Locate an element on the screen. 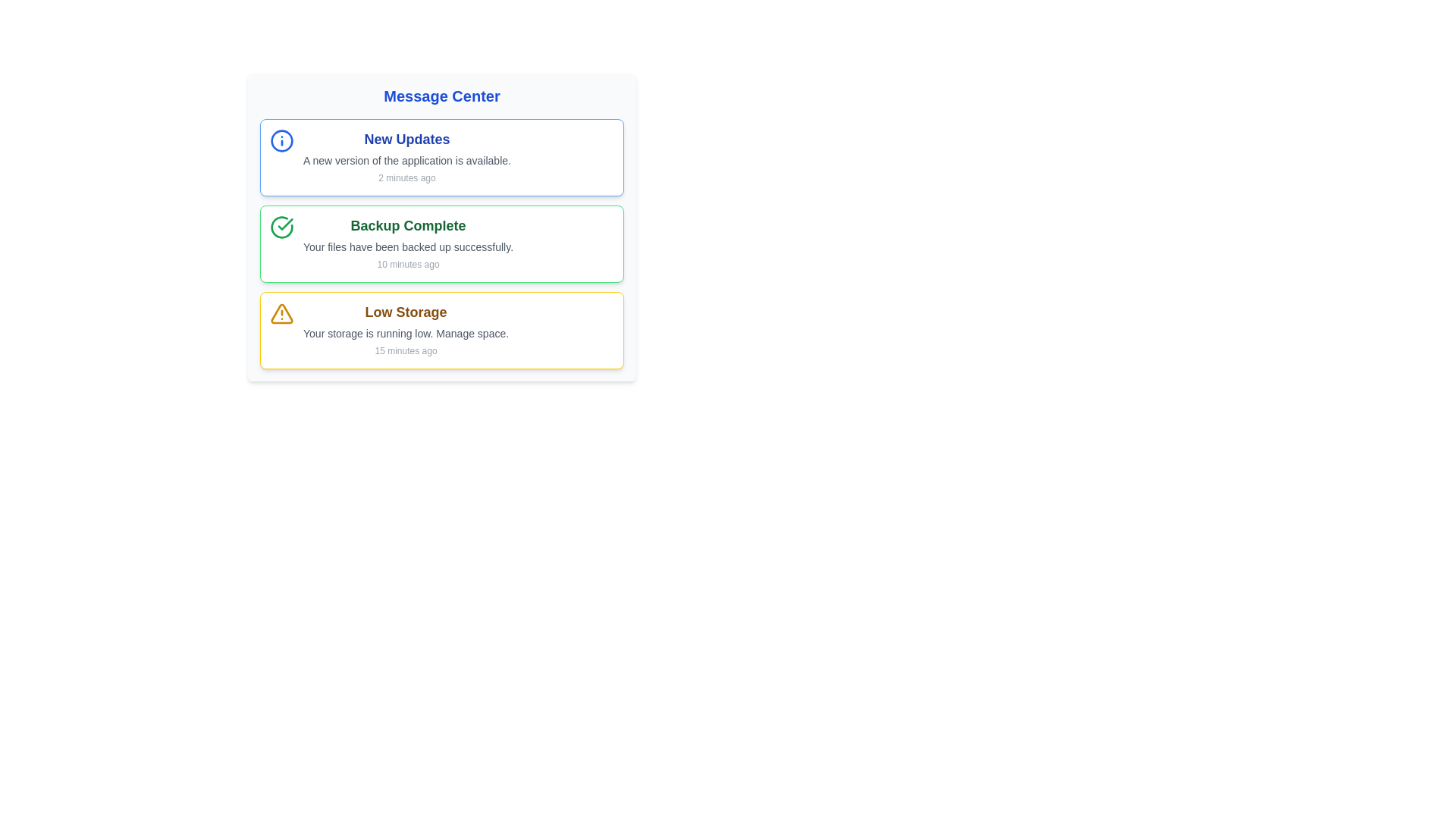  the circular blue information icon with an 'i' in the center, located at the topmost notification in the 'New Updates' section of the Message Center interface is located at coordinates (282, 140).